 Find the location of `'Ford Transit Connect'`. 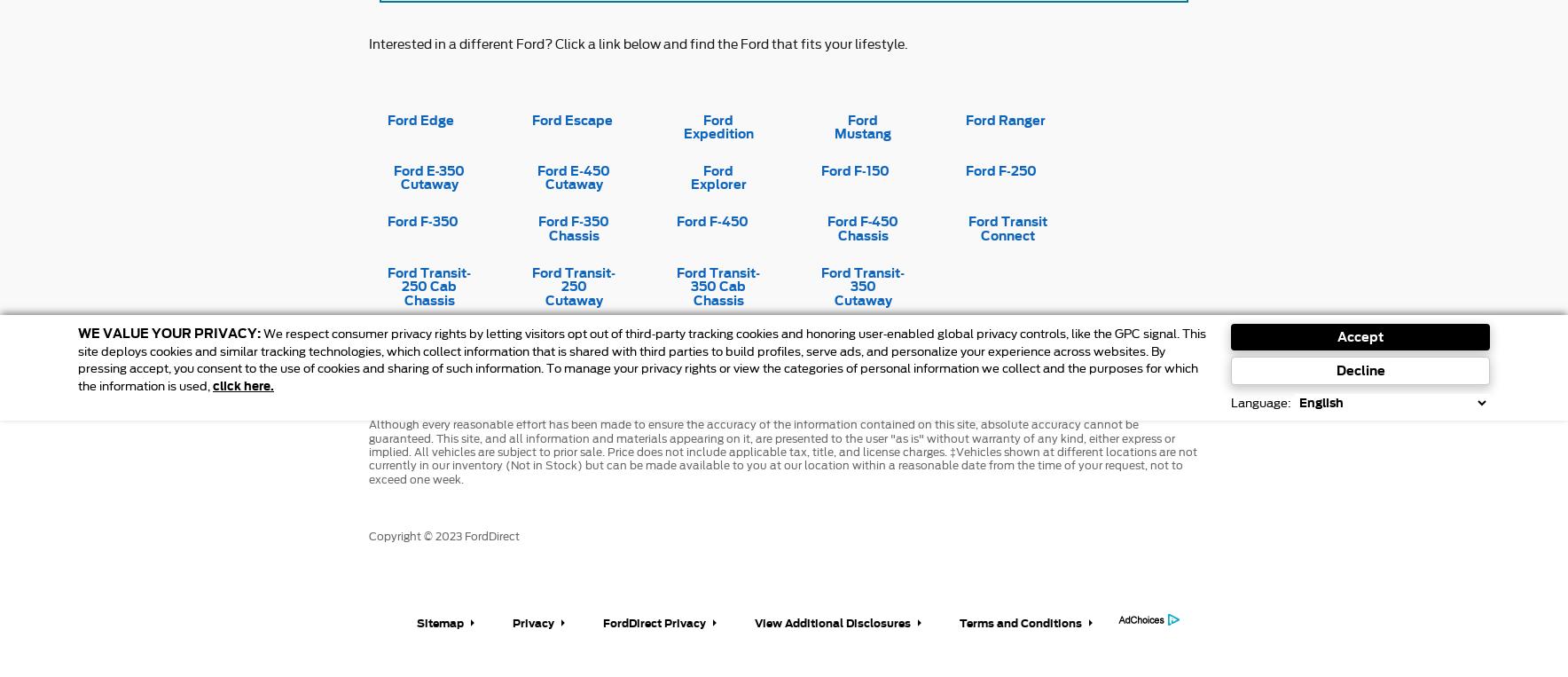

'Ford Transit Connect' is located at coordinates (967, 226).